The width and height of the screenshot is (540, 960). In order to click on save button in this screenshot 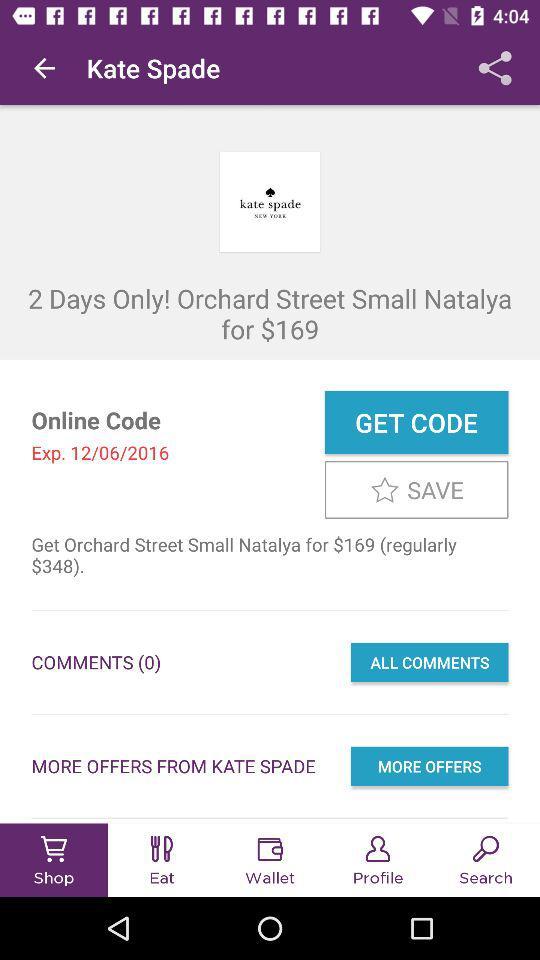, I will do `click(415, 488)`.